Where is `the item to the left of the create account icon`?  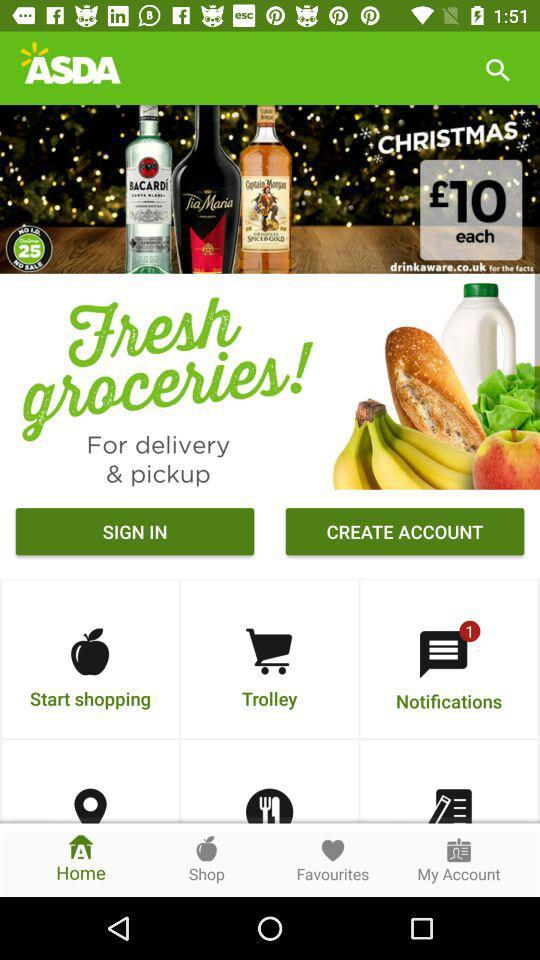 the item to the left of the create account icon is located at coordinates (135, 533).